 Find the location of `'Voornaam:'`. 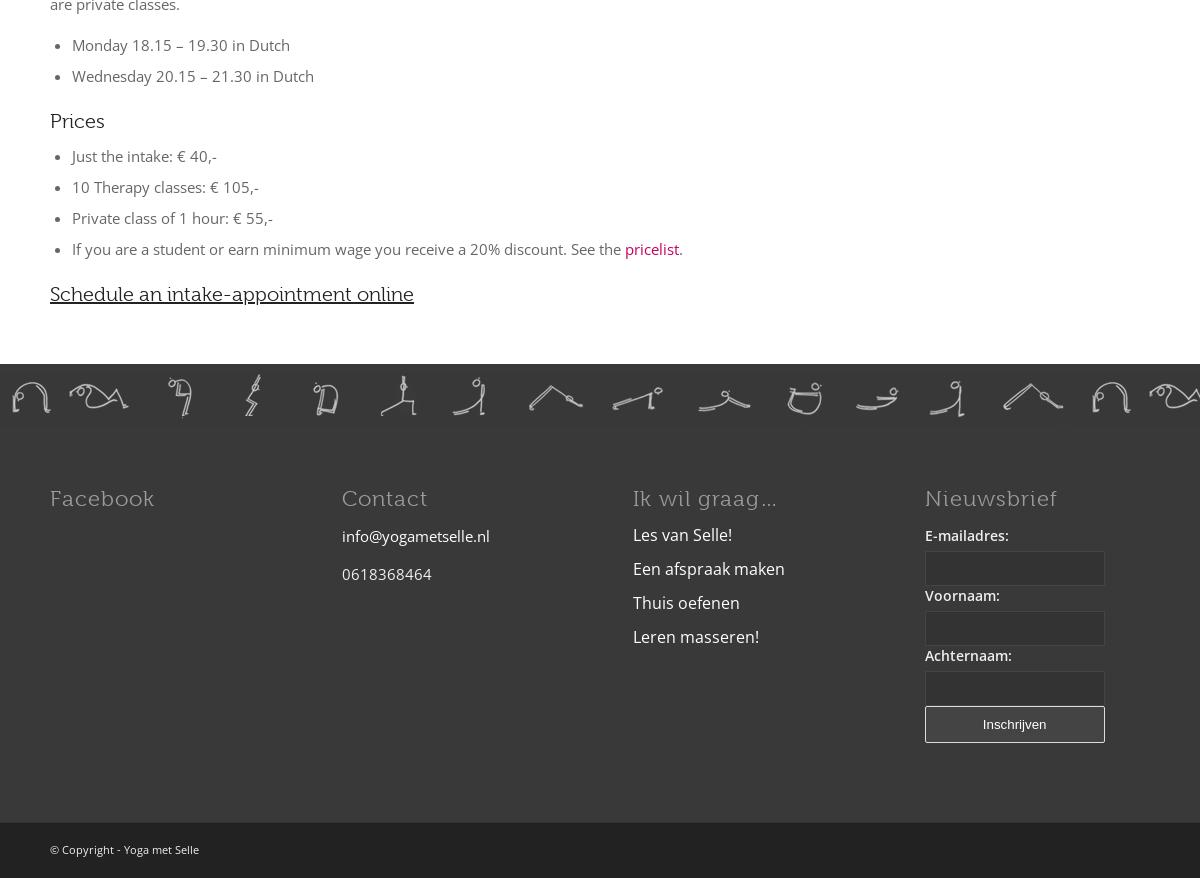

'Voornaam:' is located at coordinates (961, 595).